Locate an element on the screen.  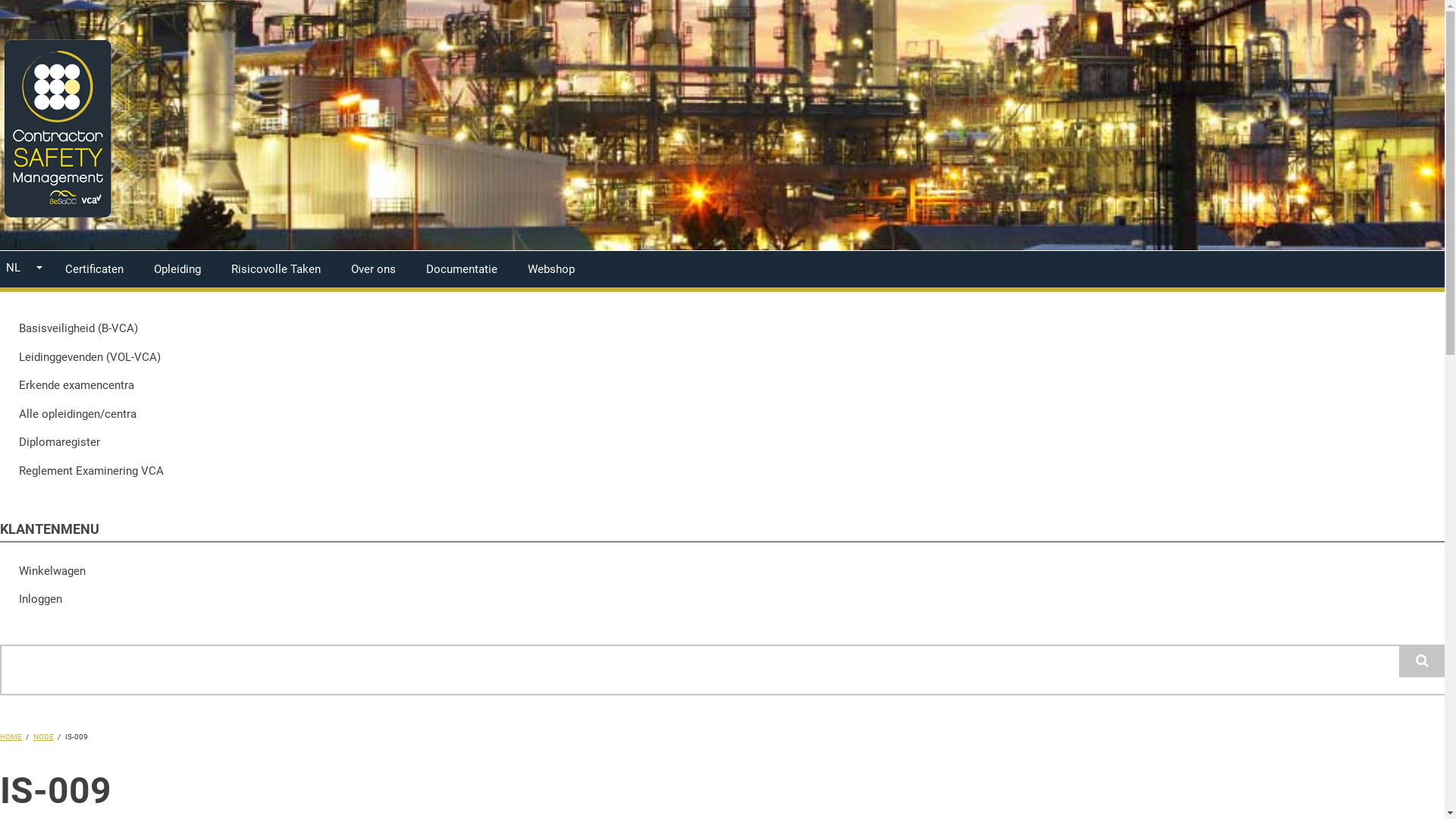
'HOME' is located at coordinates (11, 736).